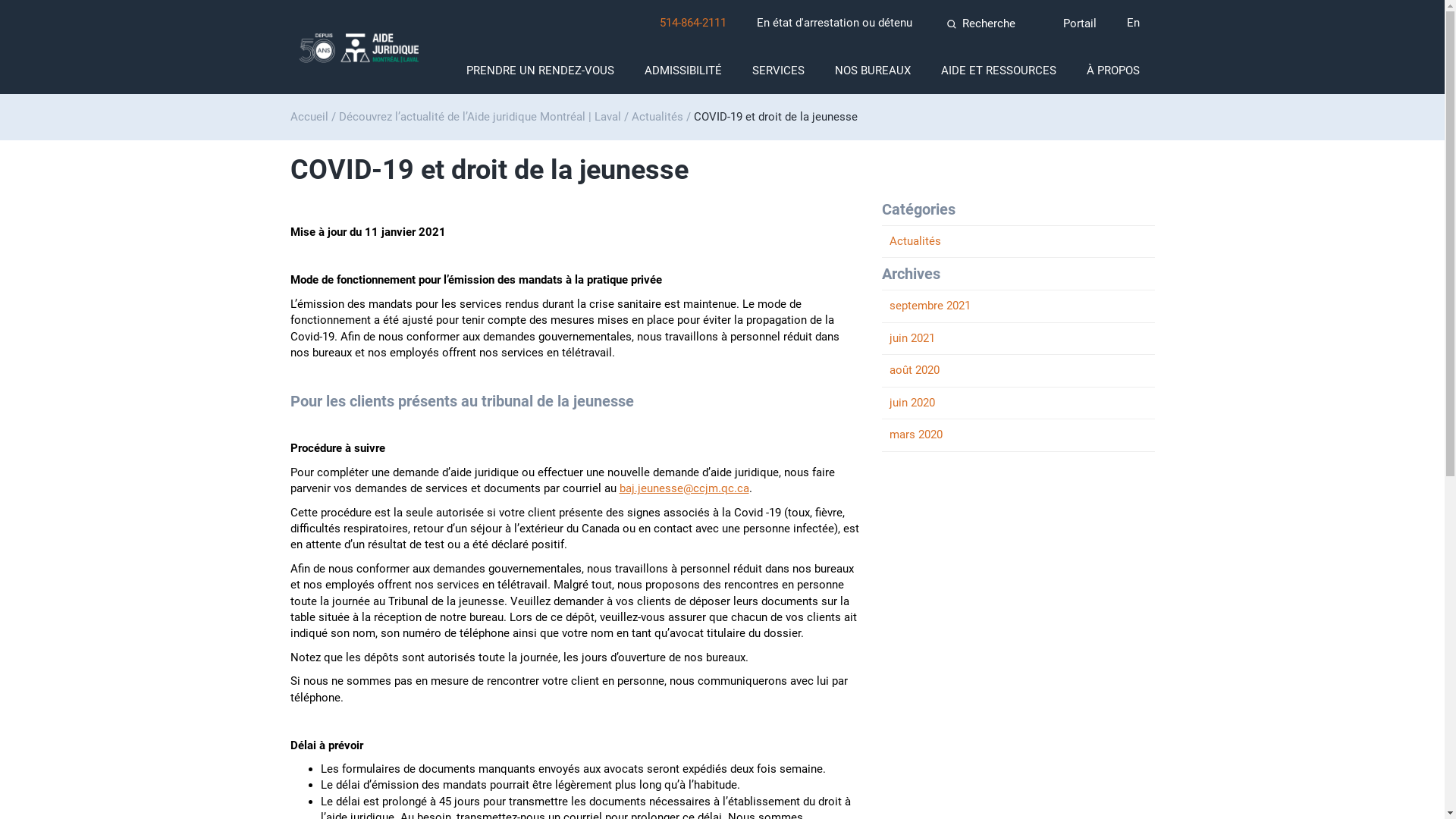 The height and width of the screenshot is (819, 1456). I want to click on 'PRENDRE UN RENDEZ-VOUS', so click(539, 71).